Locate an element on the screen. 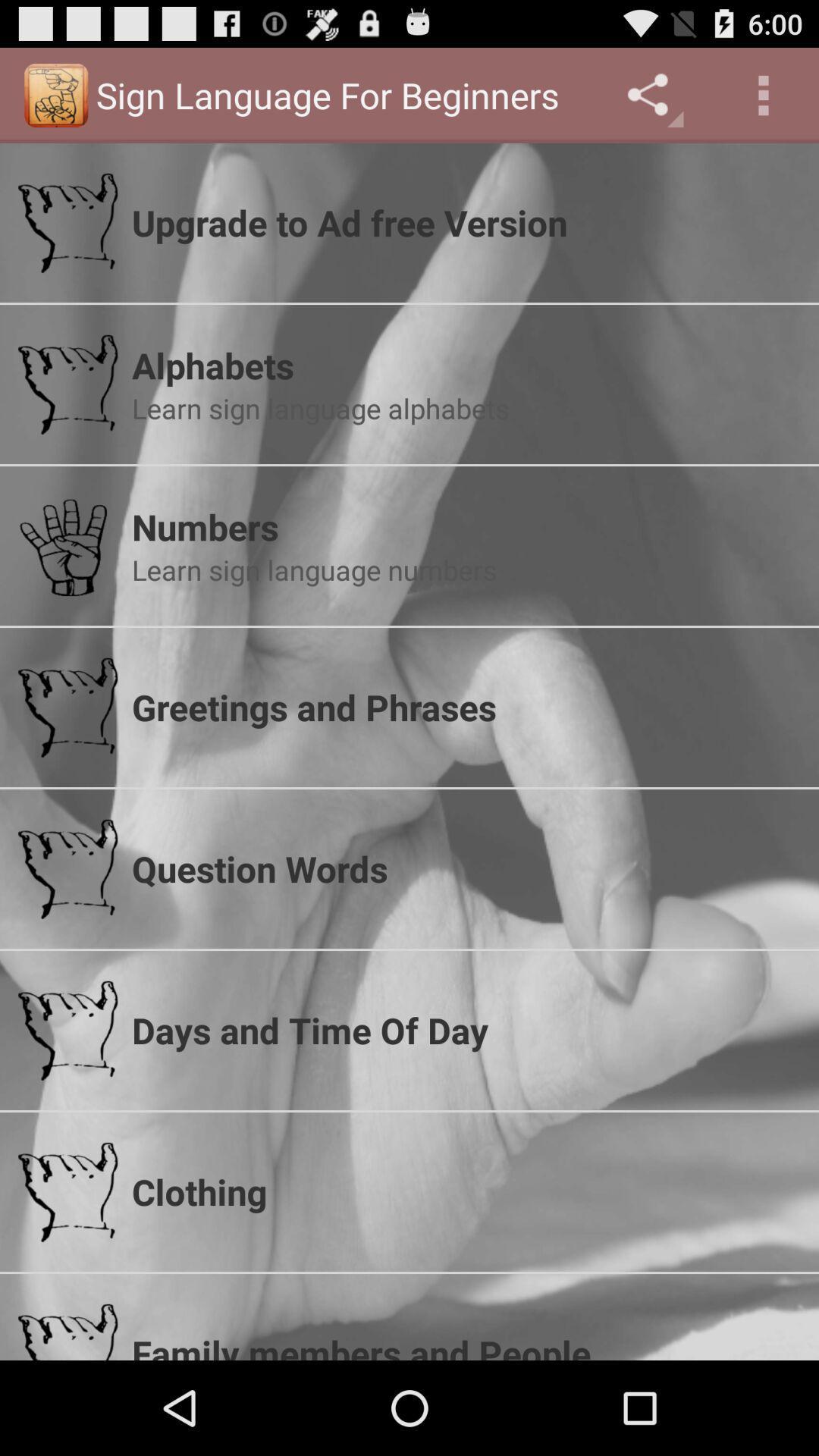 The width and height of the screenshot is (819, 1456). greetings and phrases app is located at coordinates (465, 706).